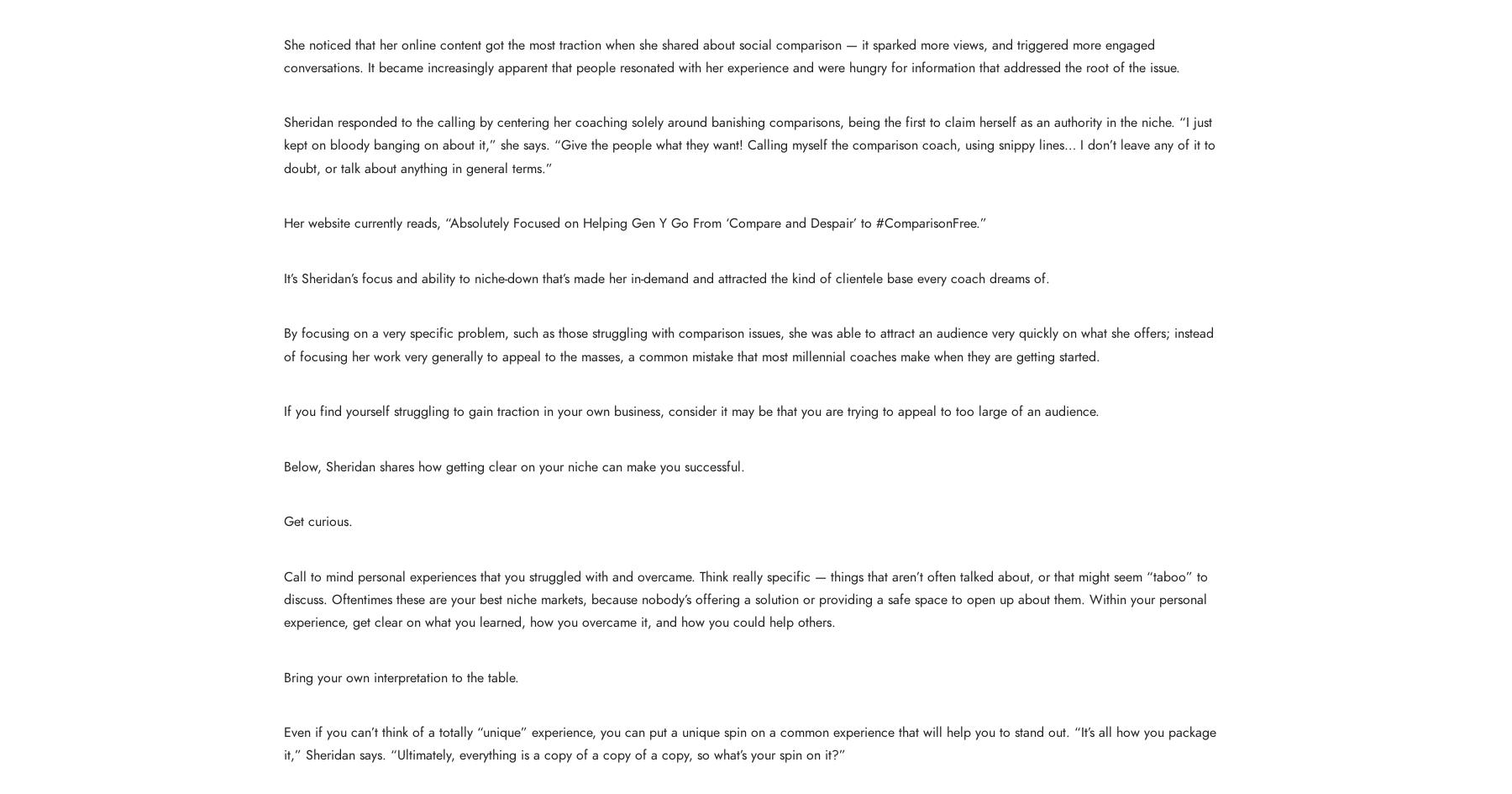  What do you see at coordinates (748, 344) in the screenshot?
I see `'By focusing on a very specific problem, such as those struggling with comparison issues, she was able to attract an audience very quickly on what she offers; instead of focusing her work very generally to appeal to the masses, a common mistake that most millennial coaches make when they are getting started.'` at bounding box center [748, 344].